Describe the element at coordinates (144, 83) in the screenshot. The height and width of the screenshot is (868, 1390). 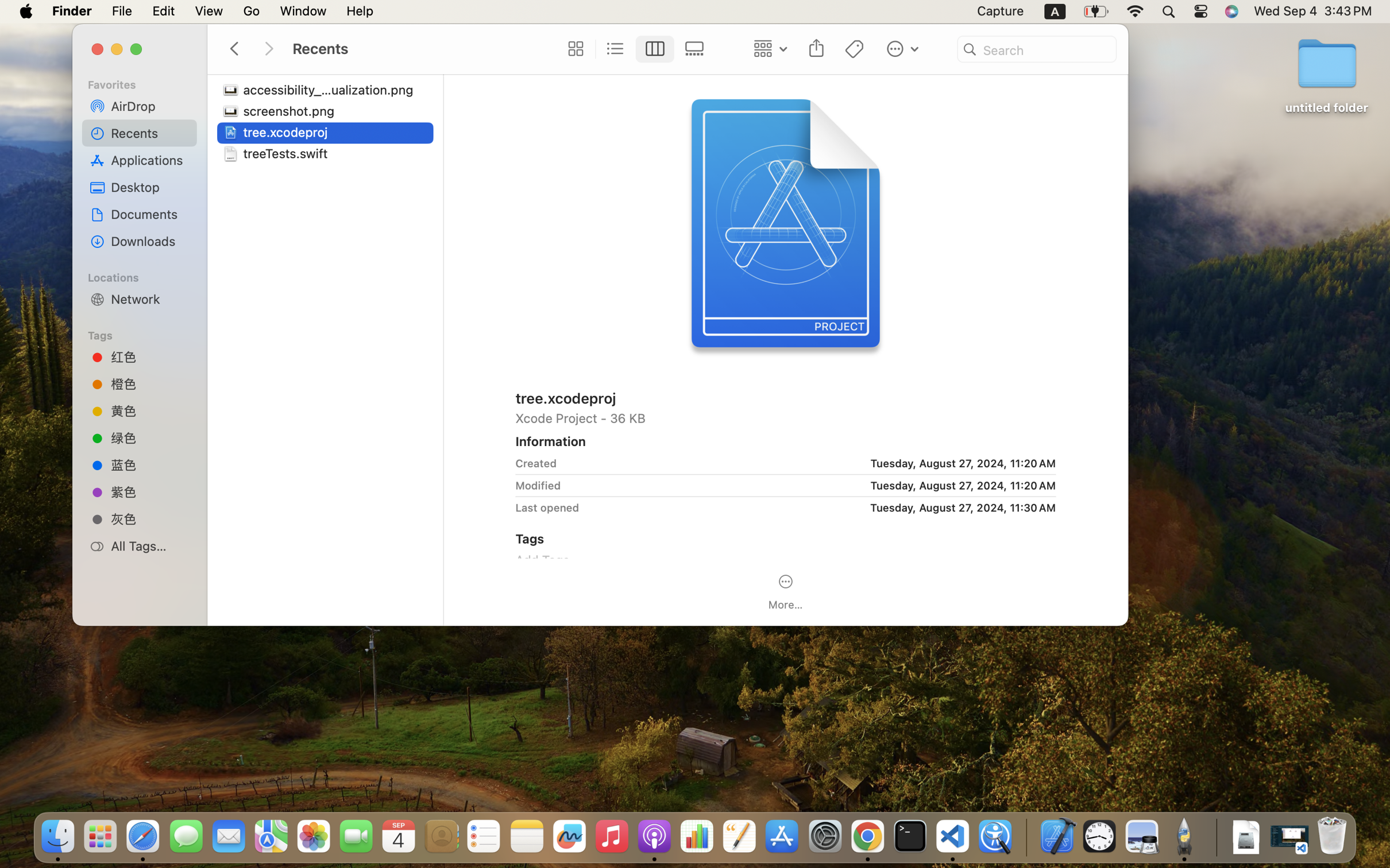
I see `'Favorites'` at that location.